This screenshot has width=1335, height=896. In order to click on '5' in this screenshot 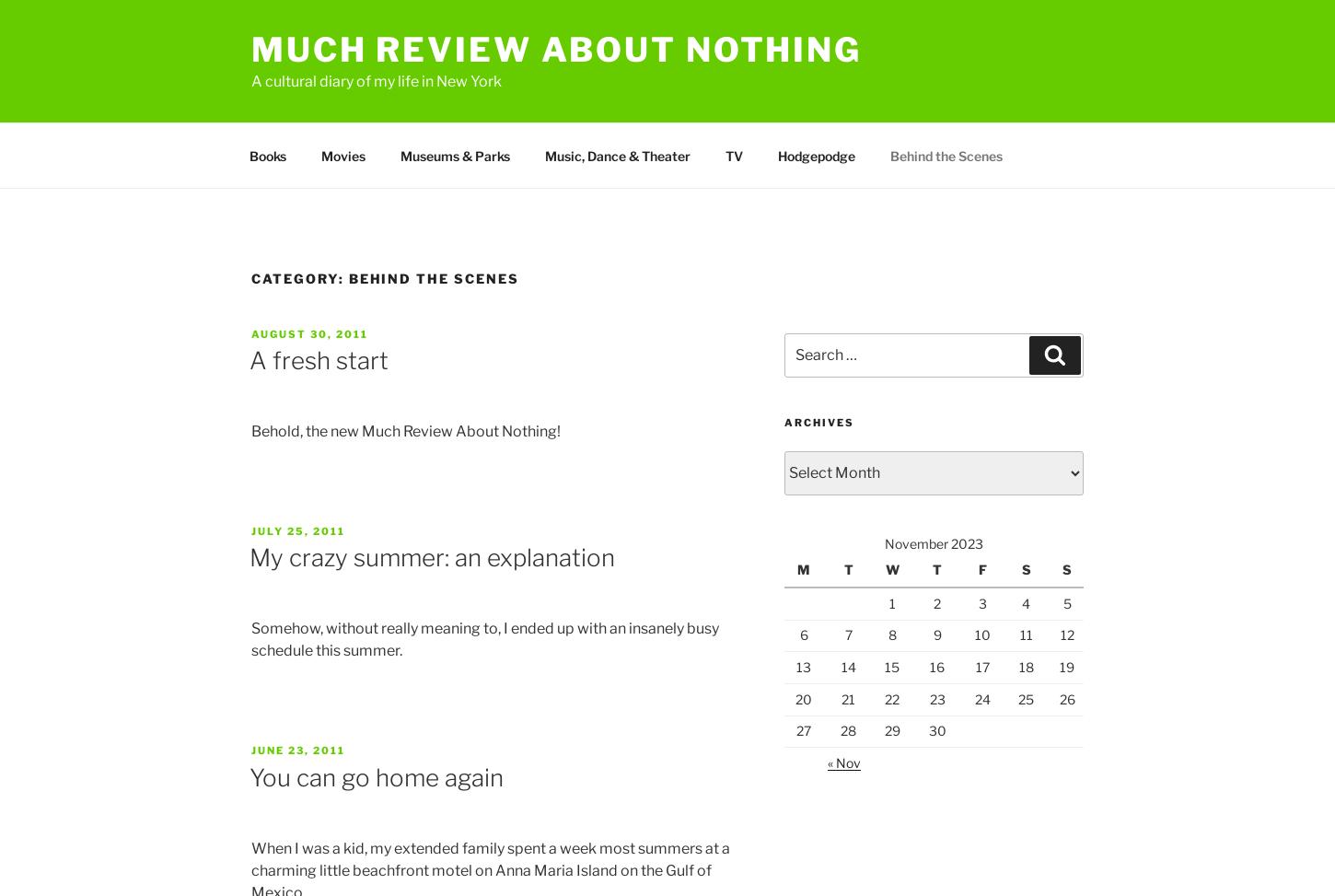, I will do `click(1065, 601)`.